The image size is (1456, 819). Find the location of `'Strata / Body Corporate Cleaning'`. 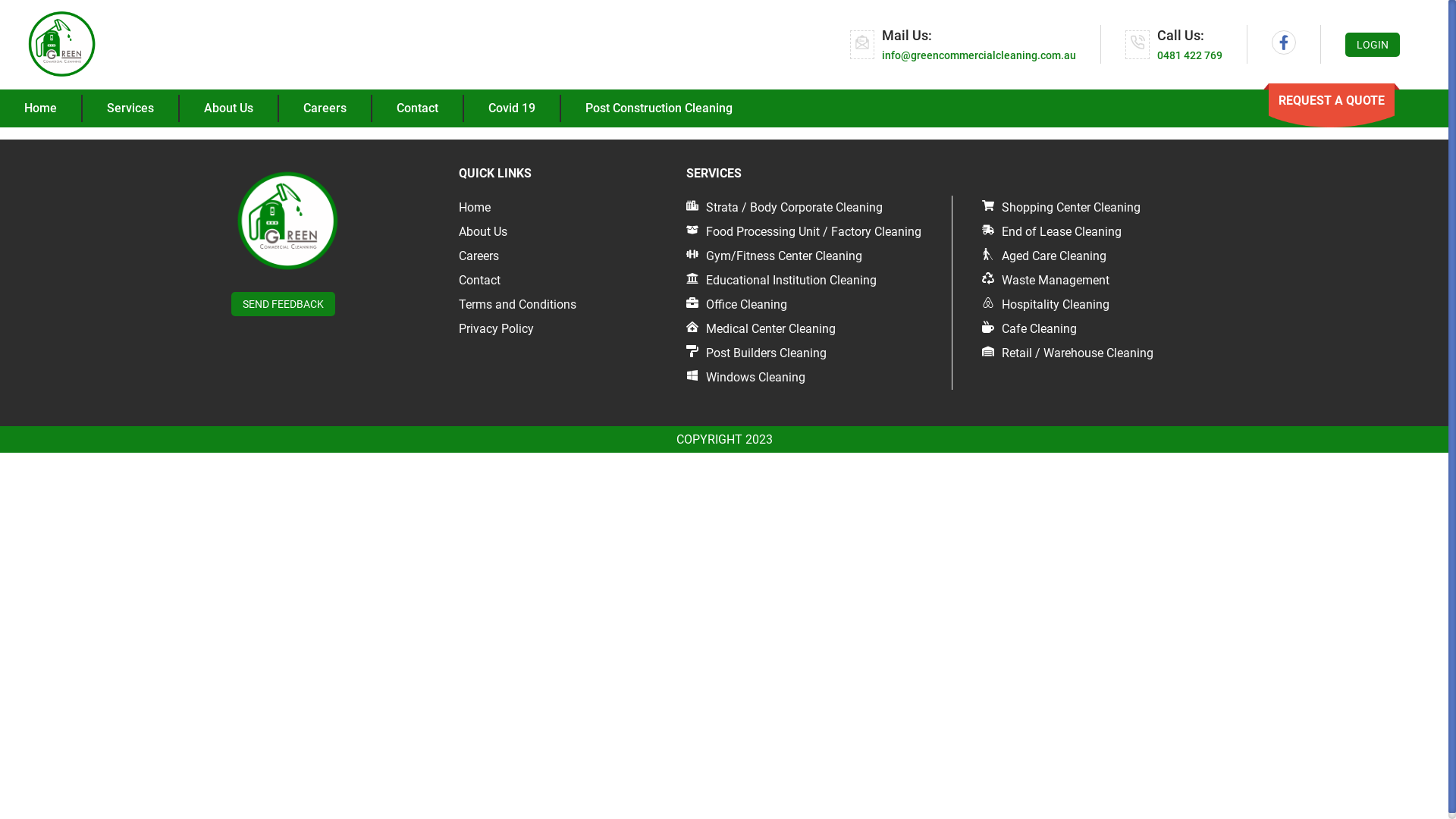

'Strata / Body Corporate Cleaning' is located at coordinates (784, 207).